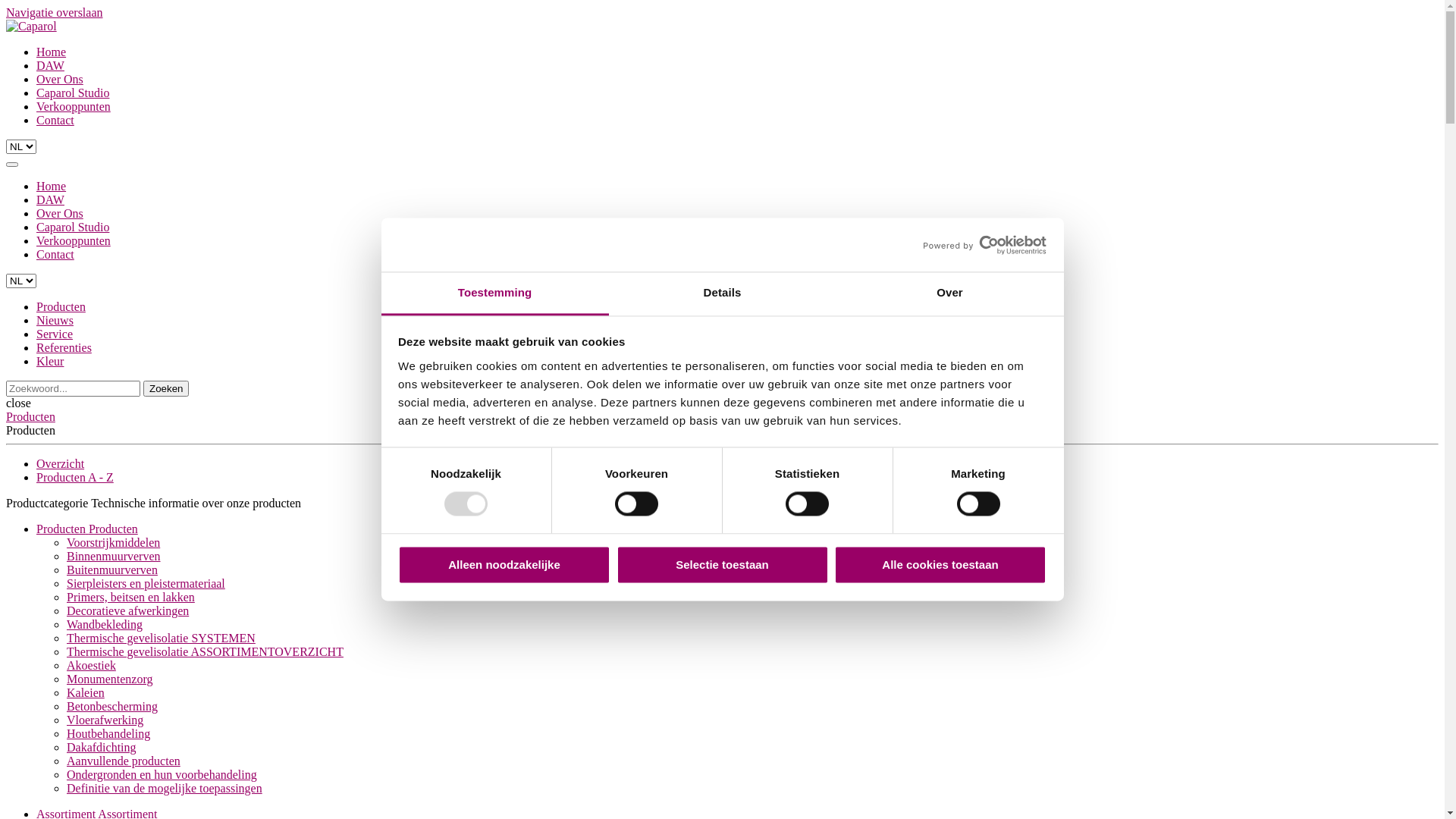 This screenshot has height=819, width=1456. What do you see at coordinates (161, 638) in the screenshot?
I see `'Thermische gevelisolatie SYSTEMEN'` at bounding box center [161, 638].